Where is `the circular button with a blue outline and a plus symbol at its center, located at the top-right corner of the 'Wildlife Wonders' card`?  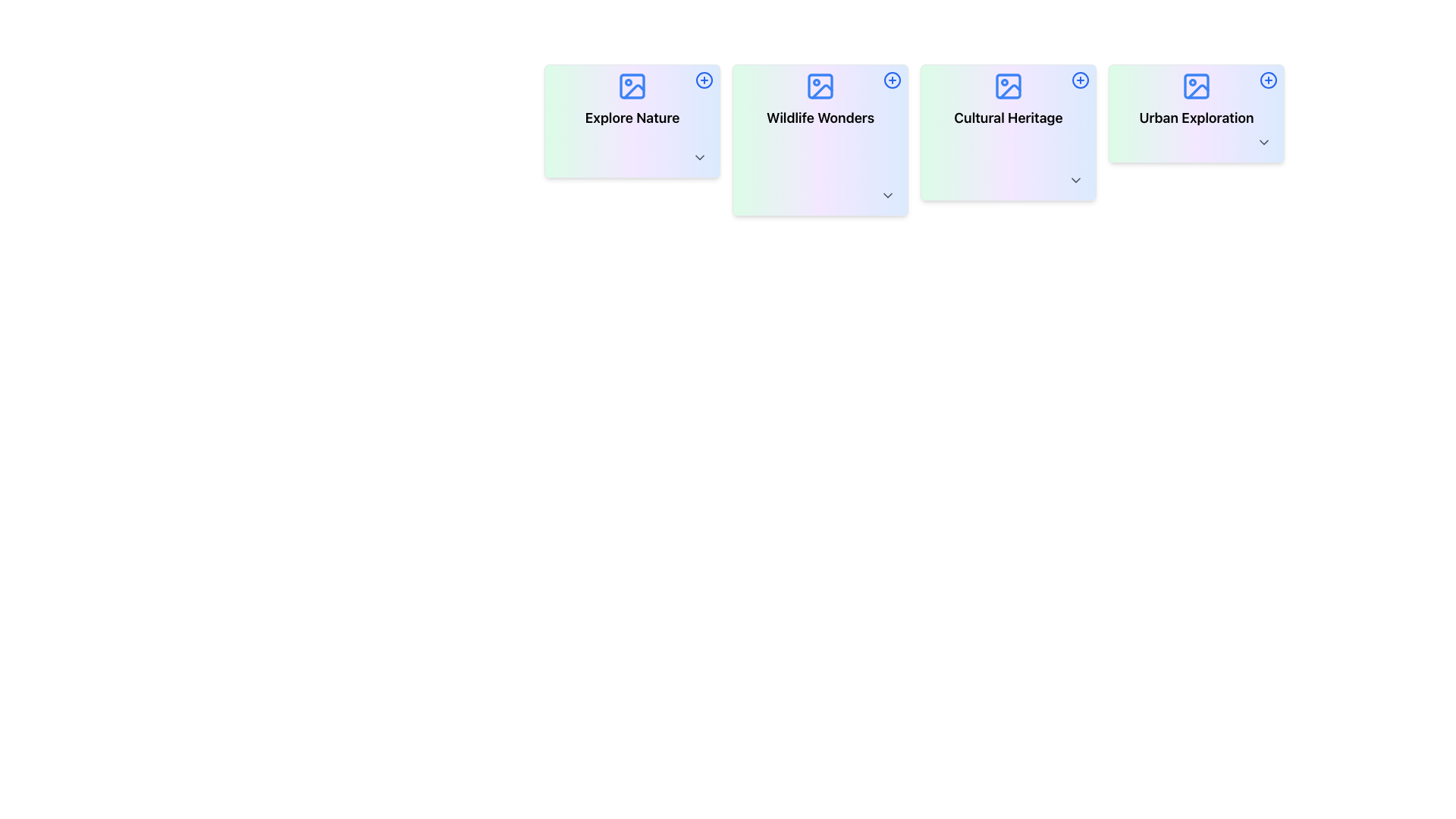
the circular button with a blue outline and a plus symbol at its center, located at the top-right corner of the 'Wildlife Wonders' card is located at coordinates (892, 80).